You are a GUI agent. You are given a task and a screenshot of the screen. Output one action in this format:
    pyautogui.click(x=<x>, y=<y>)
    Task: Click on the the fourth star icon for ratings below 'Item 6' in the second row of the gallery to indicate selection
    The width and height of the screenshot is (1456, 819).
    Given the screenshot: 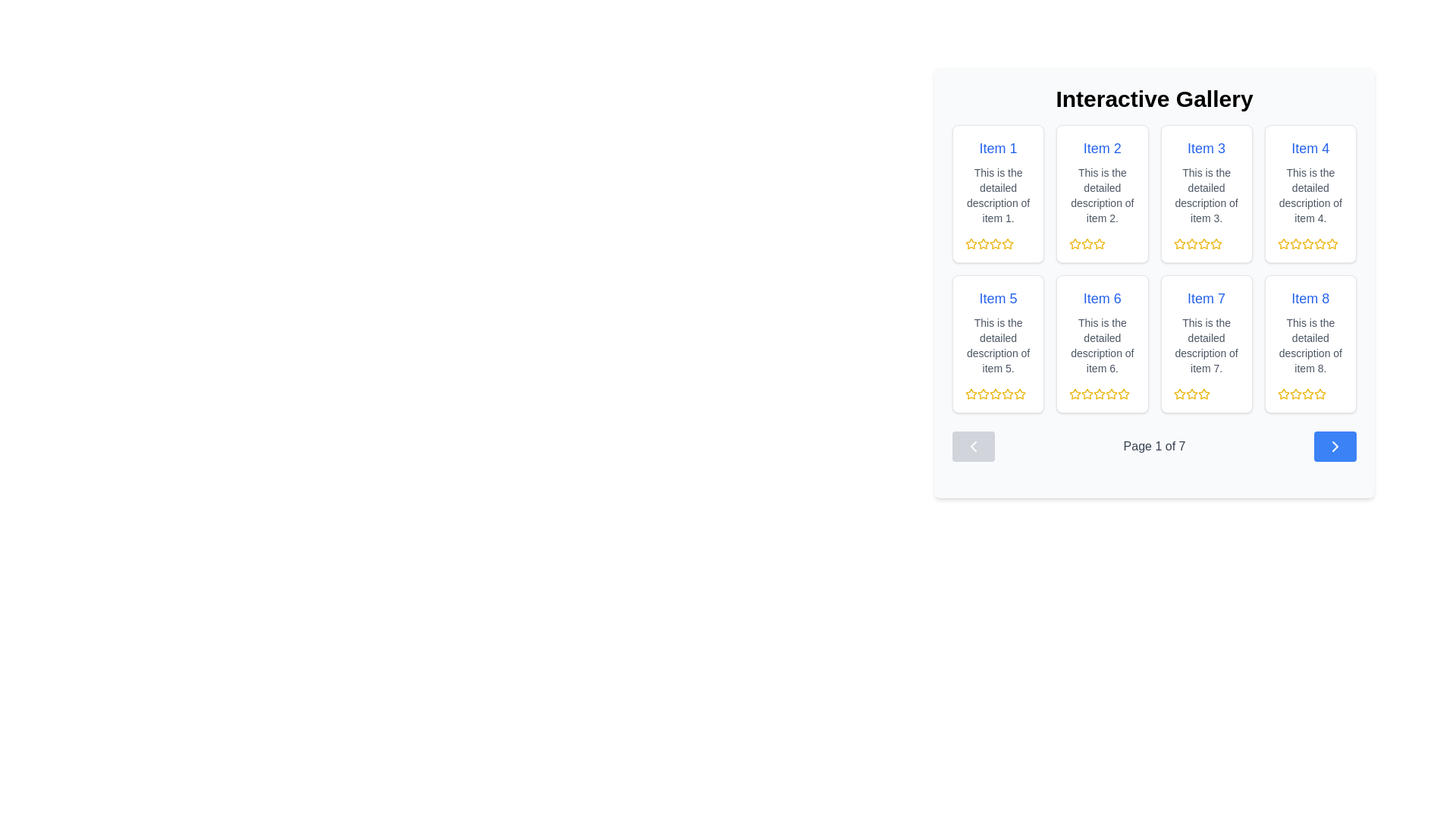 What is the action you would take?
    pyautogui.click(x=1100, y=394)
    